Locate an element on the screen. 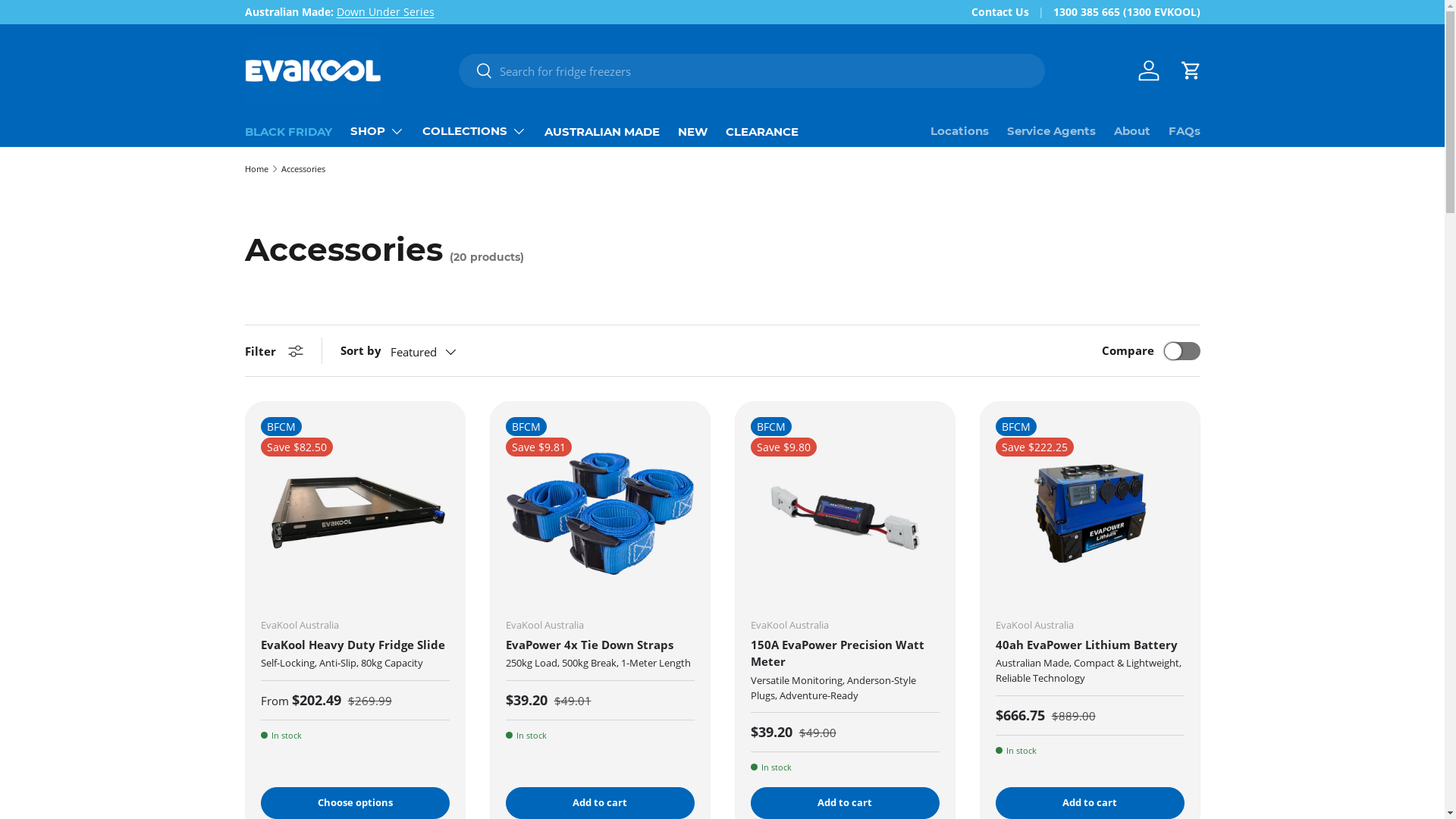 The width and height of the screenshot is (1456, 819). 'EvaPower 4x Tie Down Straps' is located at coordinates (588, 644).